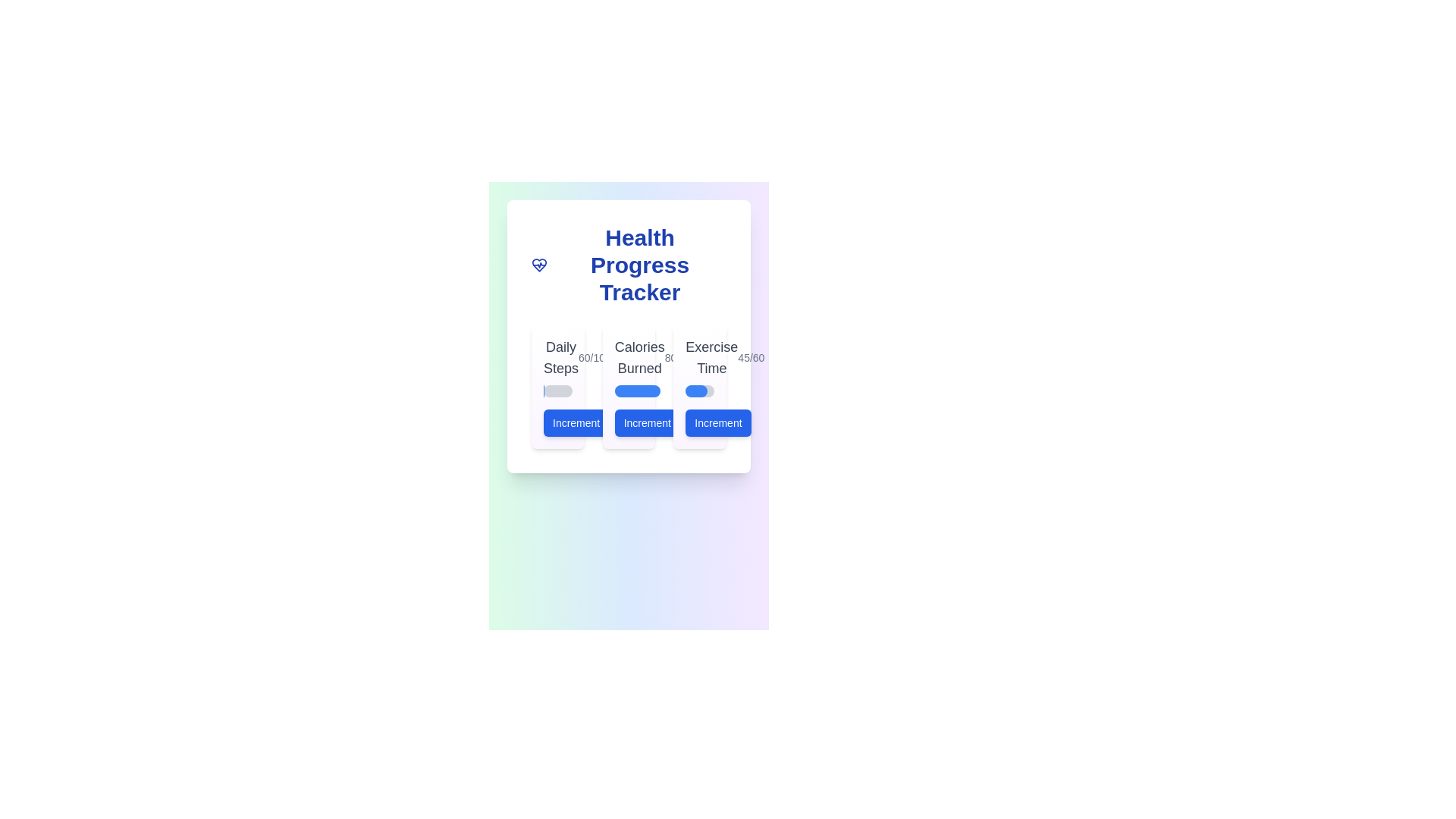  What do you see at coordinates (695, 391) in the screenshot?
I see `the blue filled progress bar with rounded edges located in the 'Exercise Time' section of the third column of grouped statistics` at bounding box center [695, 391].